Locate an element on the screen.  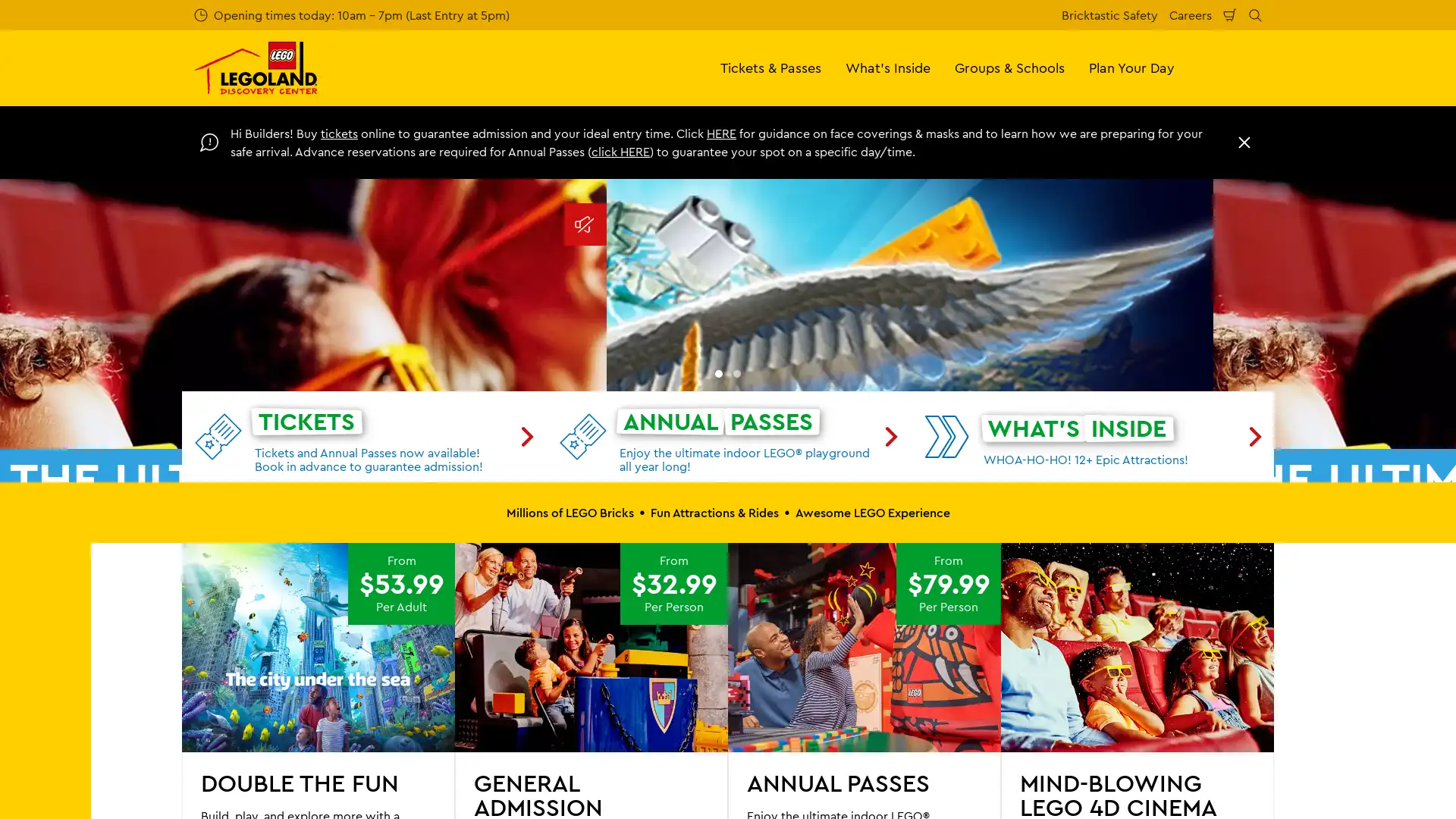
Plan Your Day is located at coordinates (1131, 67).